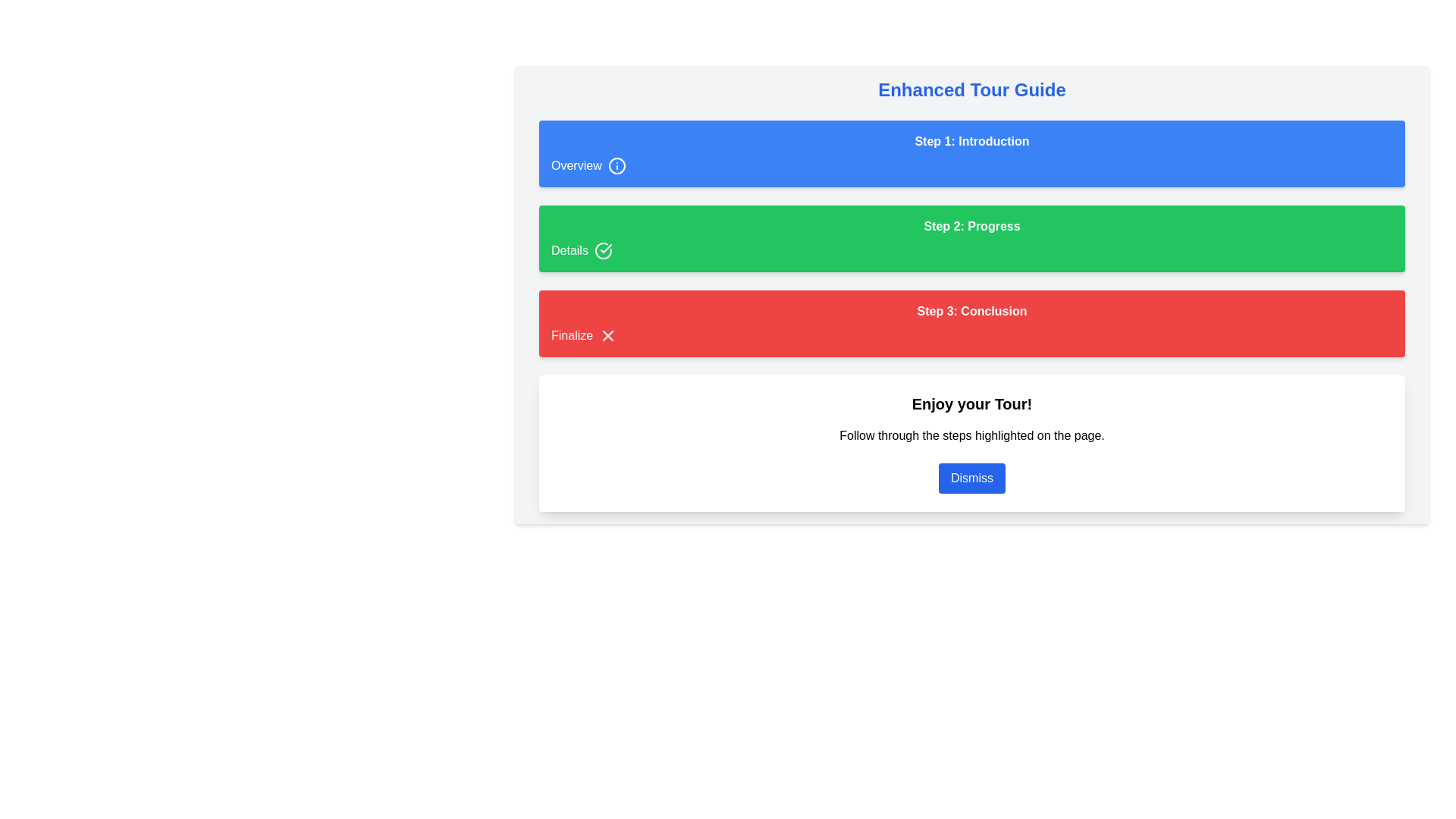  Describe the element at coordinates (971, 154) in the screenshot. I see `the blue rectangular informational section titled 'Step 1: Introduction', which is part of the 'Enhanced Tour Guide' sequence` at that location.